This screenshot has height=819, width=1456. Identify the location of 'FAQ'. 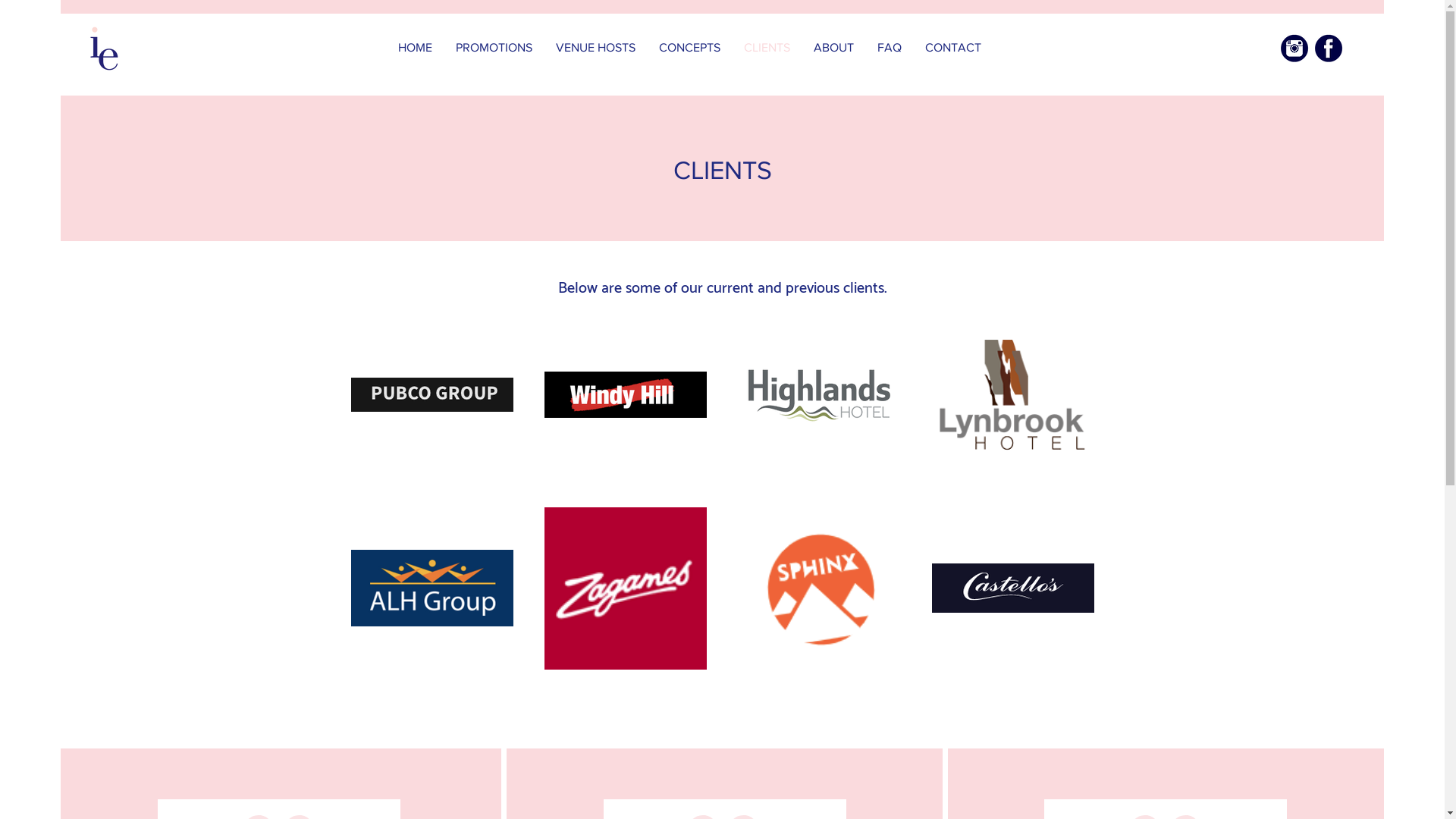
(890, 46).